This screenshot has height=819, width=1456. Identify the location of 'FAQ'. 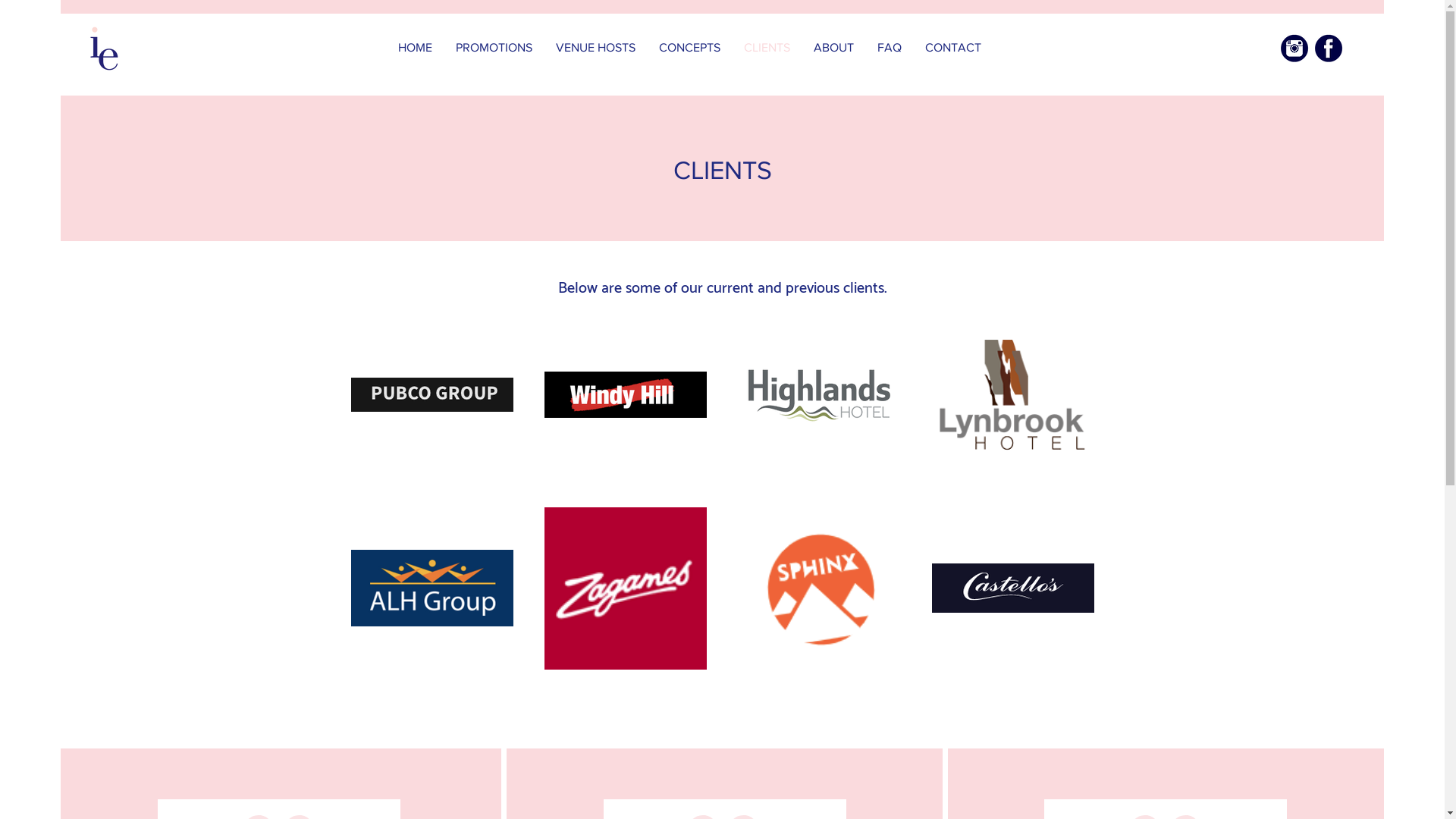
(890, 46).